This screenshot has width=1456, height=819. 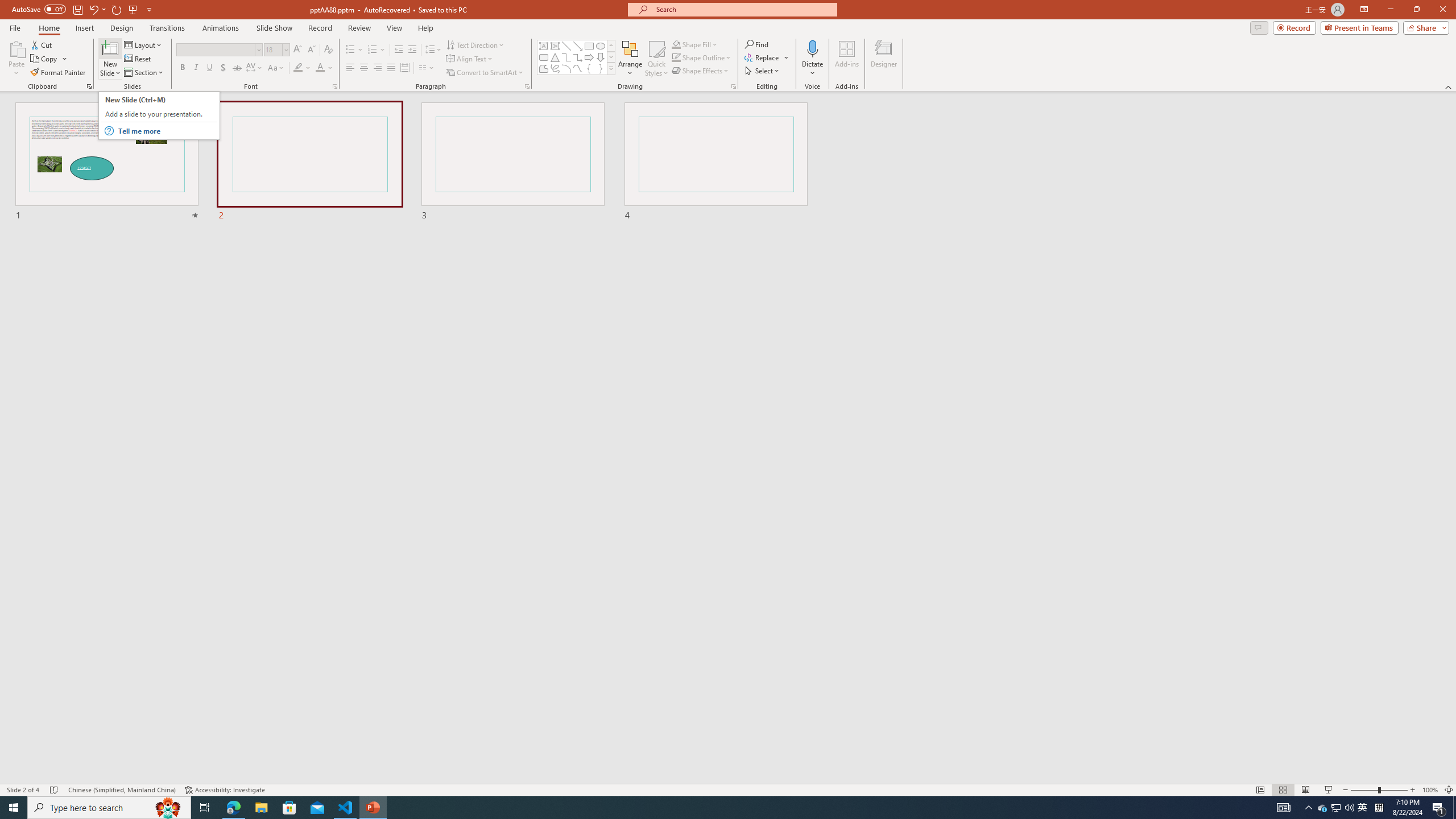 I want to click on 'Font Size', so click(x=276, y=49).